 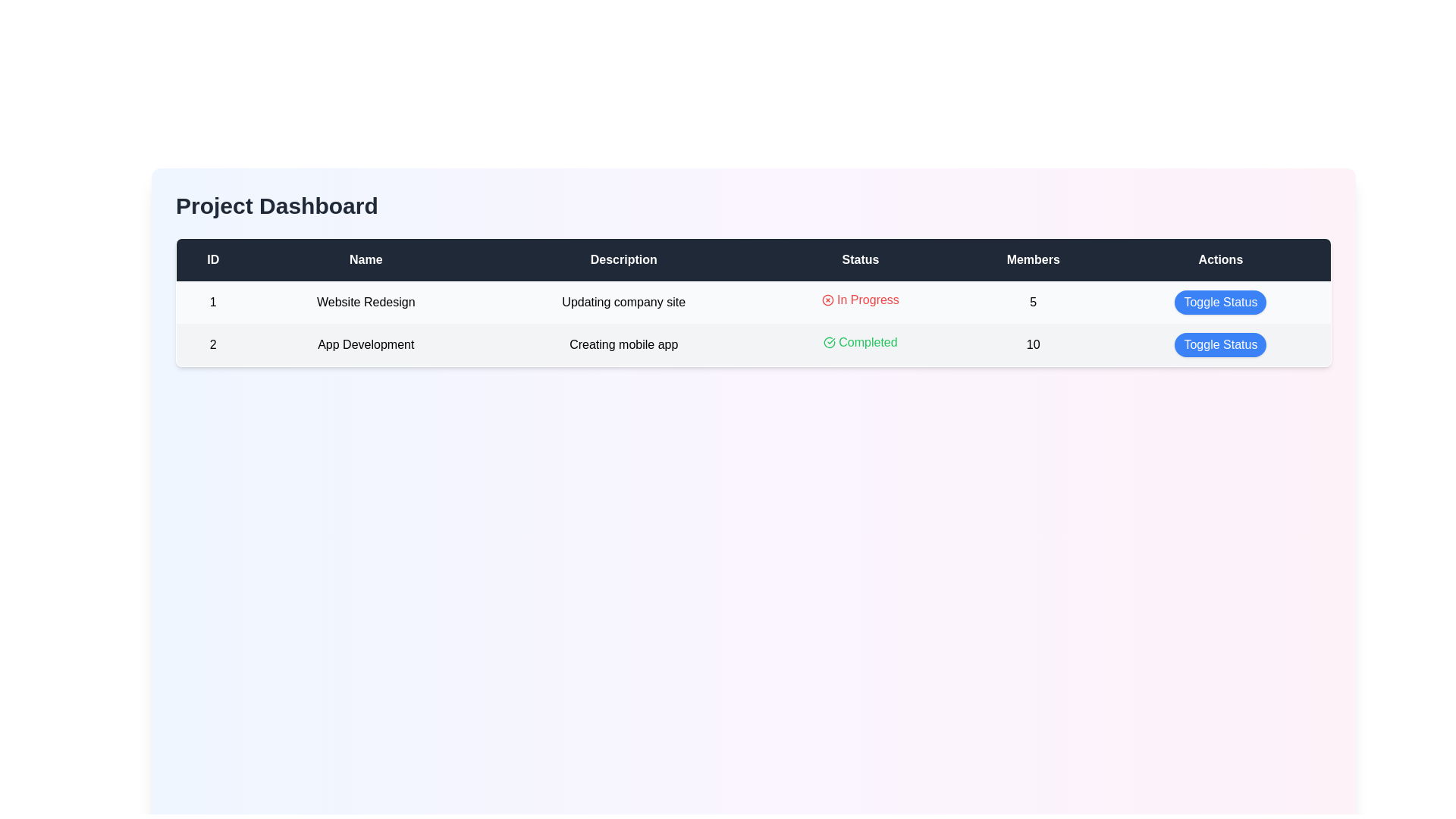 I want to click on the 'Toggle Status' button, which has a blue background and white text, located in the first row of the 'Actions' column in the 'Project Dashboard' interface, so click(x=1220, y=302).